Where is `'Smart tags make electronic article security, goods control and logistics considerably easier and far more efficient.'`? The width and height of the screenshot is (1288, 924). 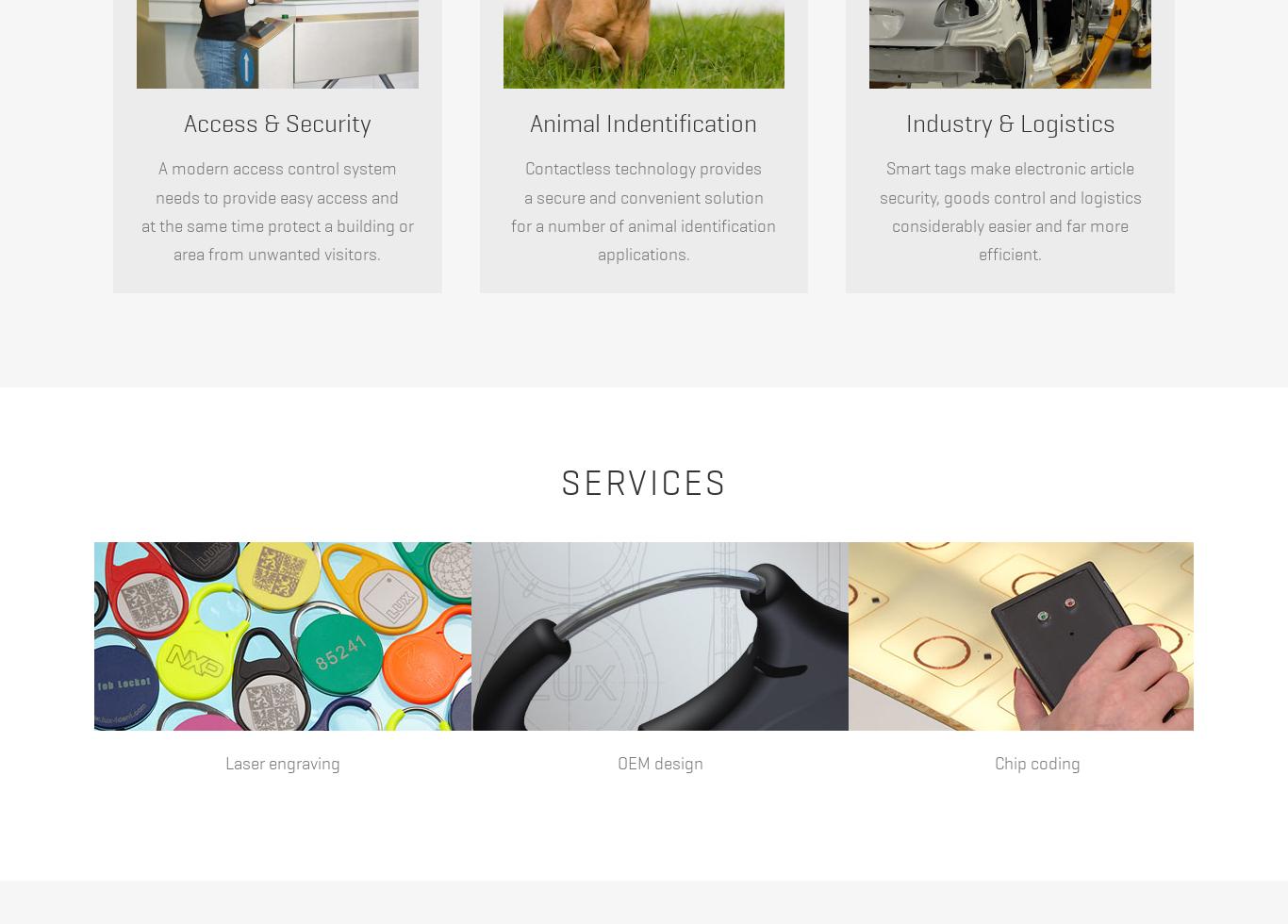 'Smart tags make electronic article security, goods control and logistics considerably easier and far more efficient.' is located at coordinates (879, 211).